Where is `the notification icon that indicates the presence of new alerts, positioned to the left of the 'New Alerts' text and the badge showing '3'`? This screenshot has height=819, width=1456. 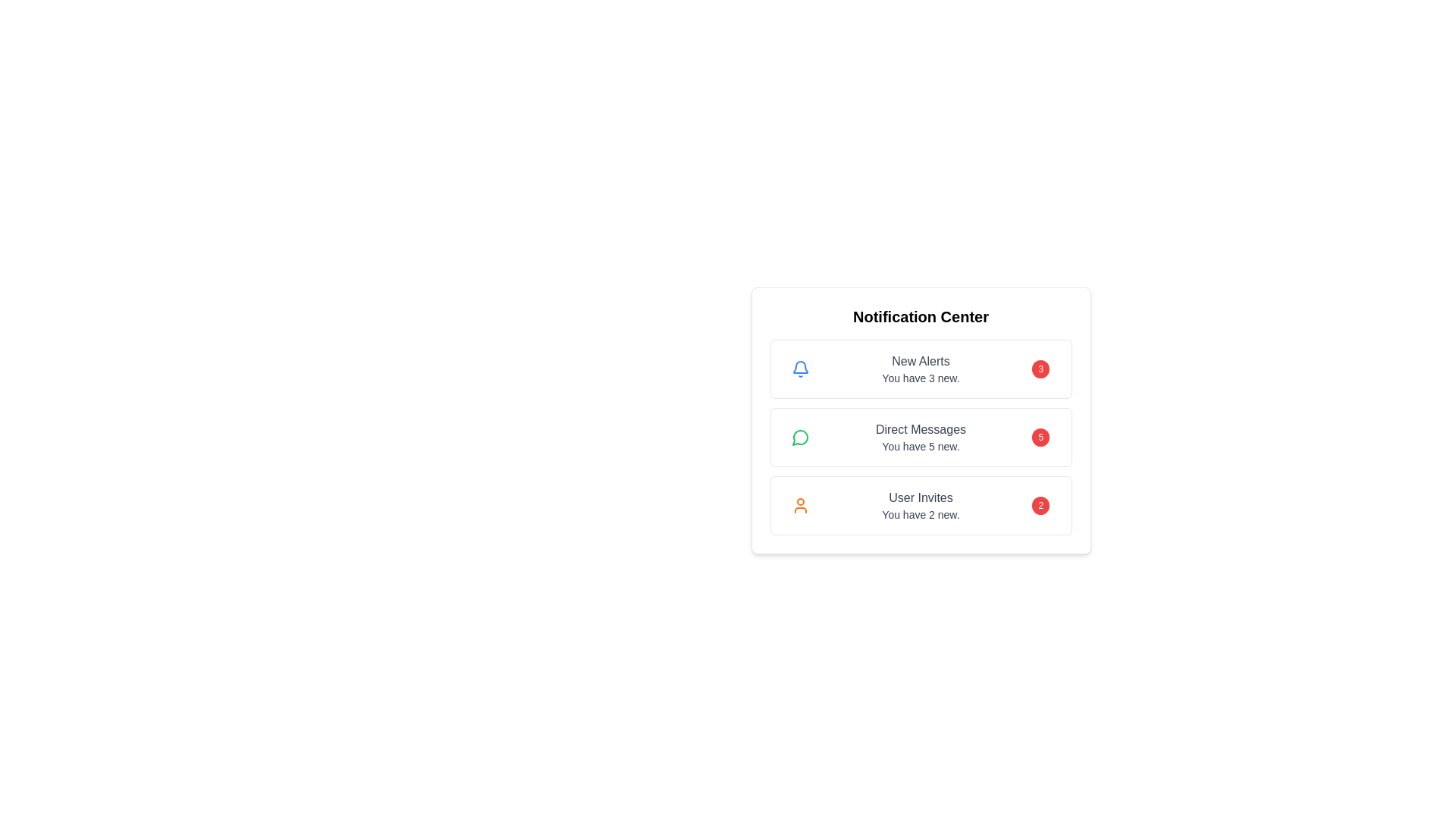 the notification icon that indicates the presence of new alerts, positioned to the left of the 'New Alerts' text and the badge showing '3' is located at coordinates (800, 369).